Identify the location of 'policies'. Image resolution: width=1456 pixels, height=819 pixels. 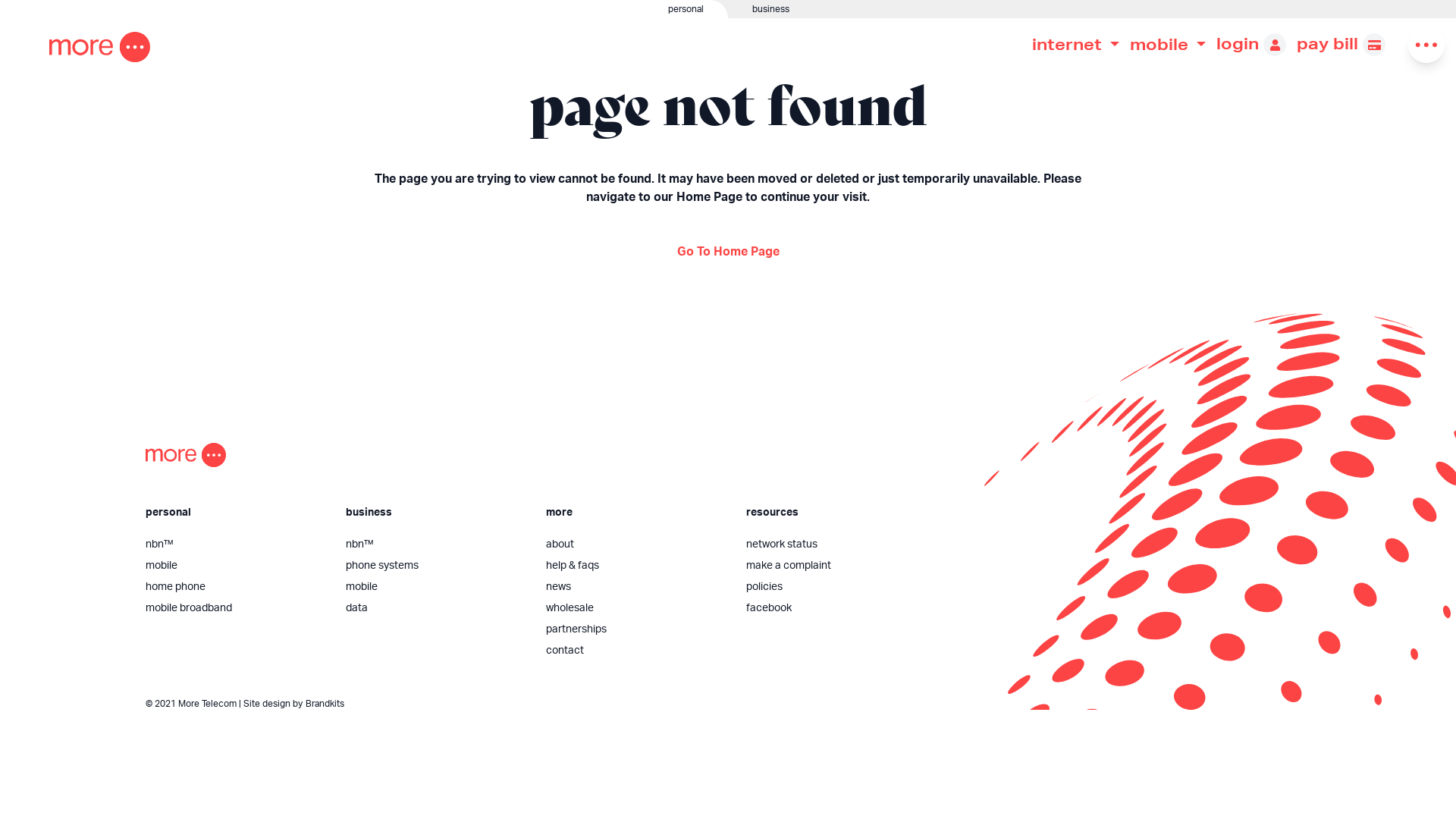
(745, 586).